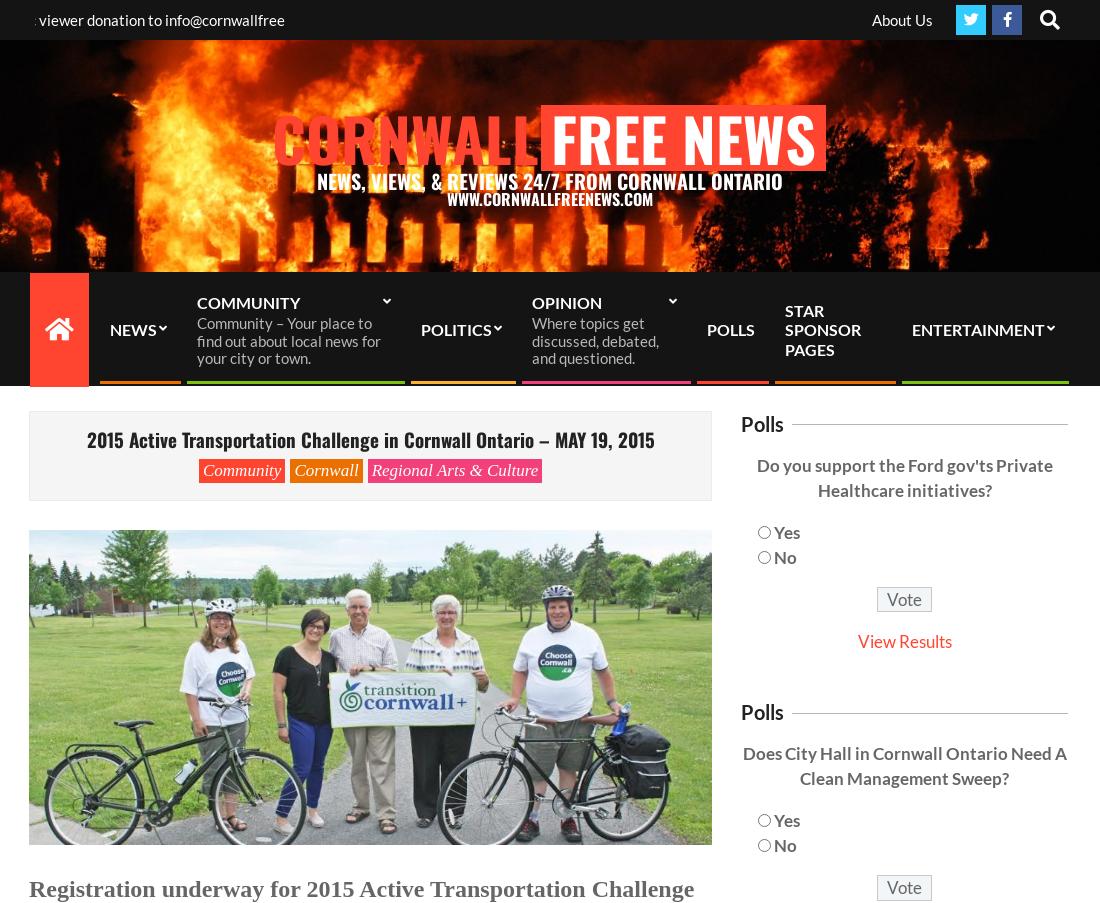  I want to click on 'About Us', so click(902, 17).